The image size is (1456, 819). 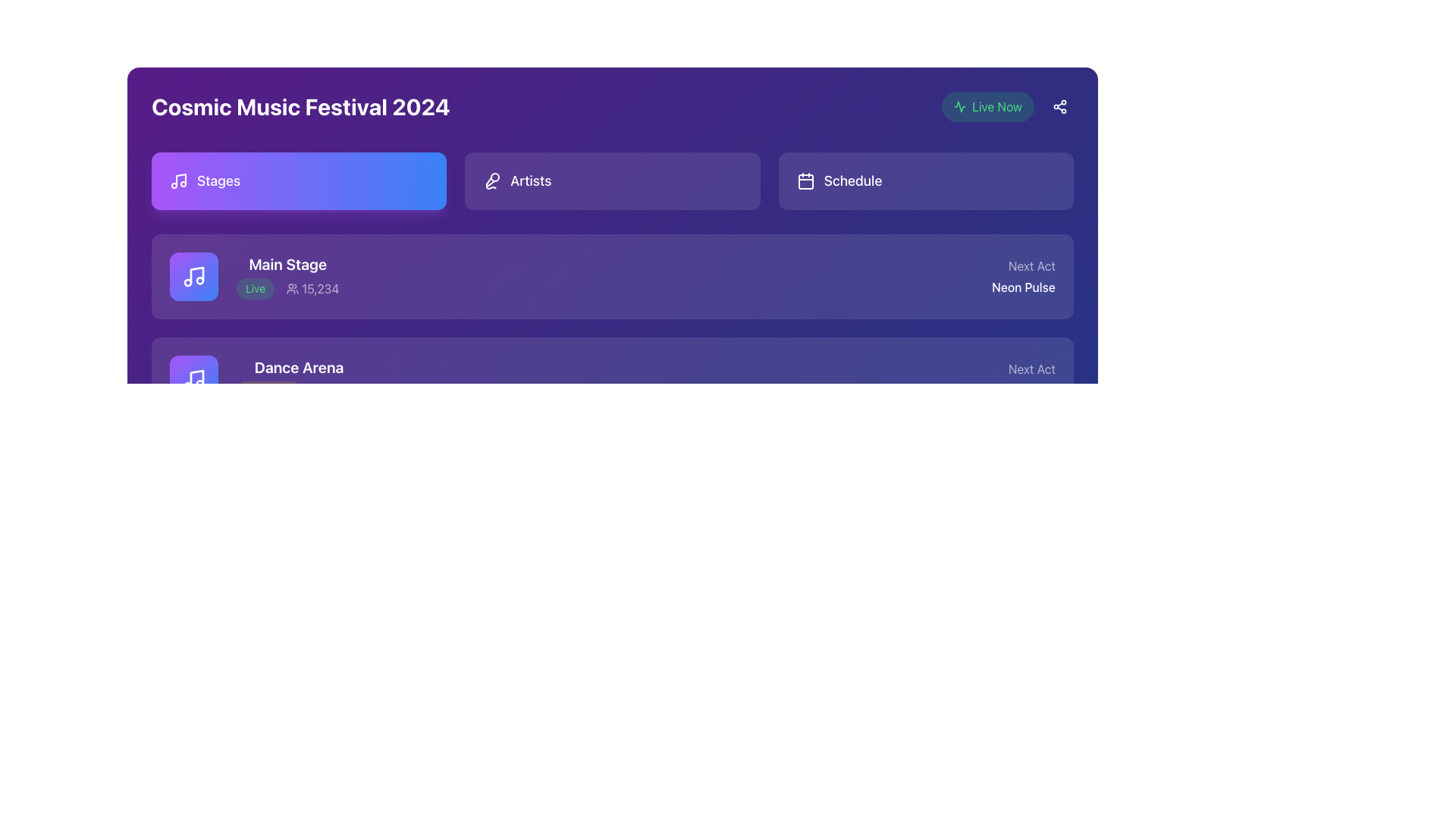 What do you see at coordinates (612, 180) in the screenshot?
I see `the 'Artists' button located in the central position of a horizontal row of three buttons` at bounding box center [612, 180].